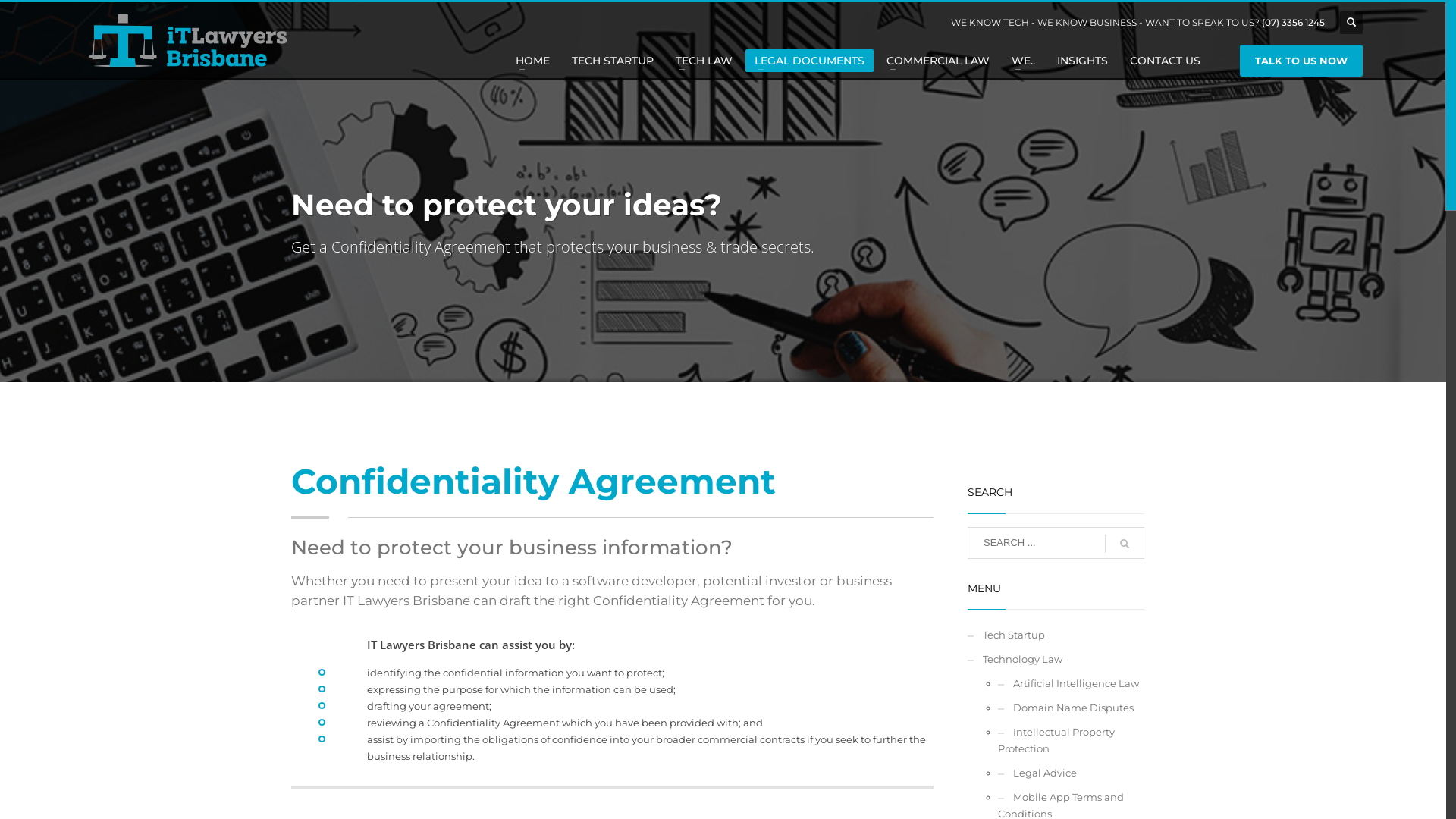 This screenshot has height=819, width=1456. I want to click on 'TECH LAW', so click(703, 60).